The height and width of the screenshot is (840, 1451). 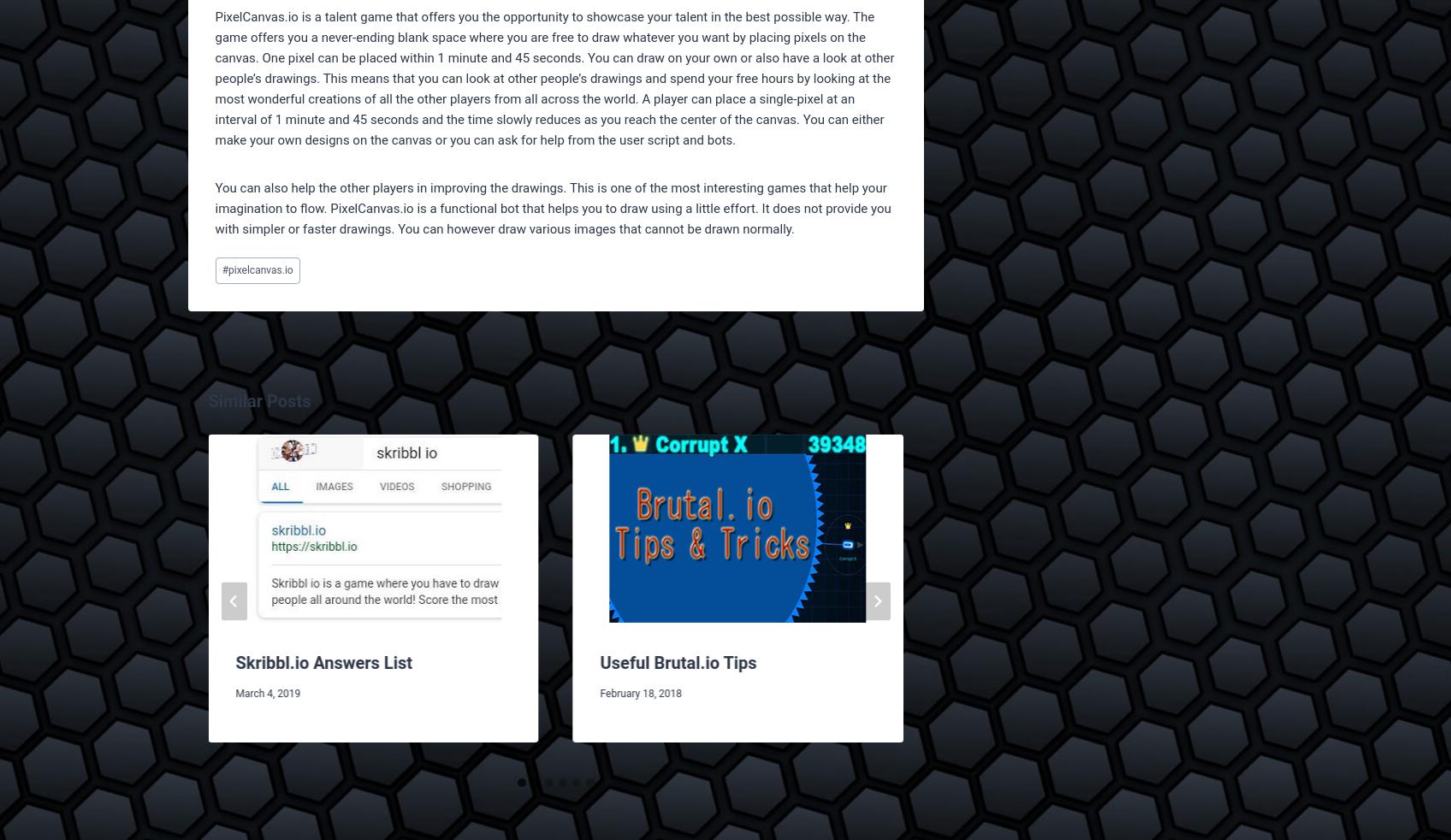 What do you see at coordinates (677, 662) in the screenshot?
I see `'Useful Brutal.io Tips'` at bounding box center [677, 662].